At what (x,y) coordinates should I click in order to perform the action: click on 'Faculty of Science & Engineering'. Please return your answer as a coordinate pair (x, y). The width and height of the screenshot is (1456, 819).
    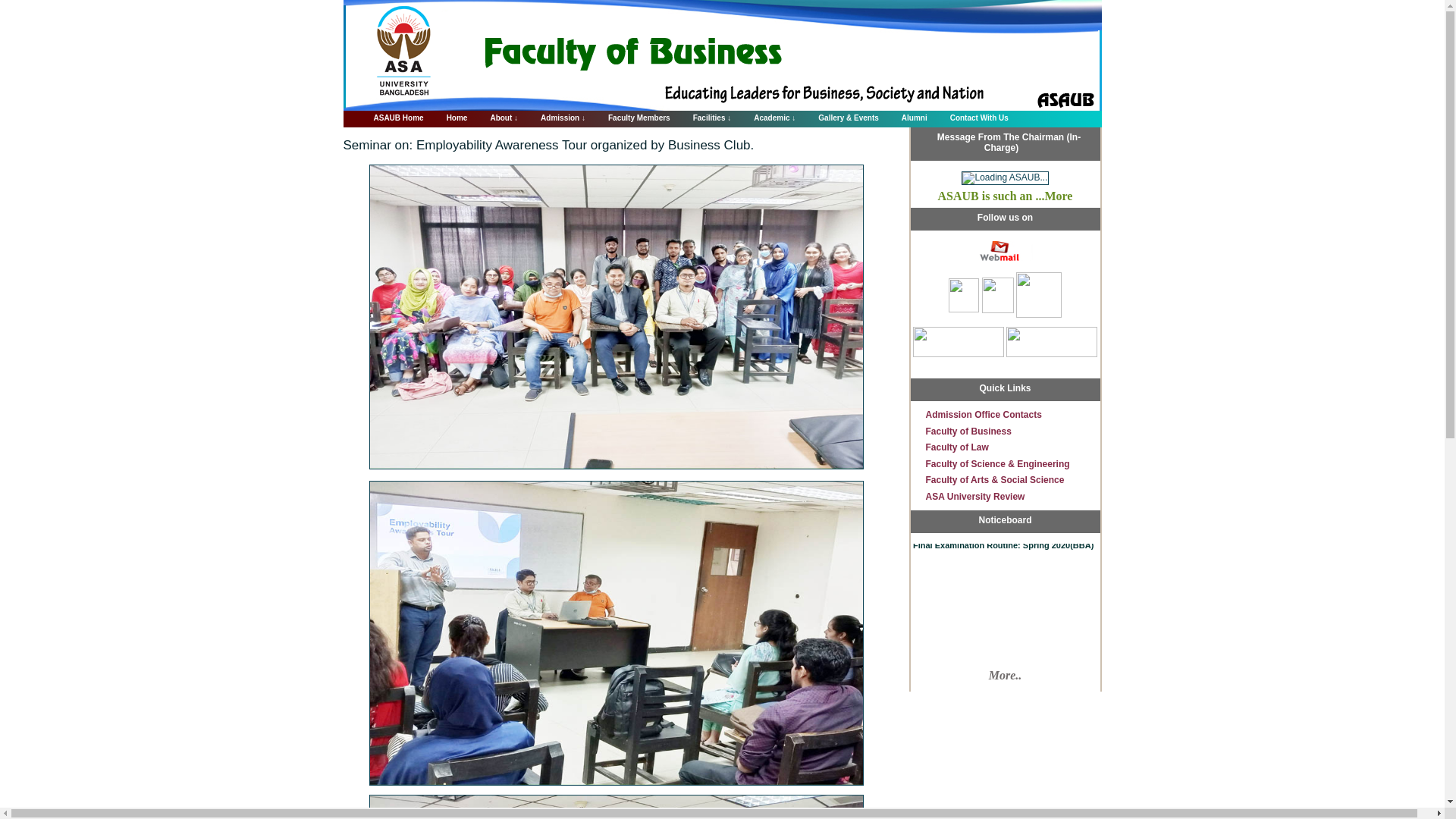
    Looking at the image, I should click on (924, 463).